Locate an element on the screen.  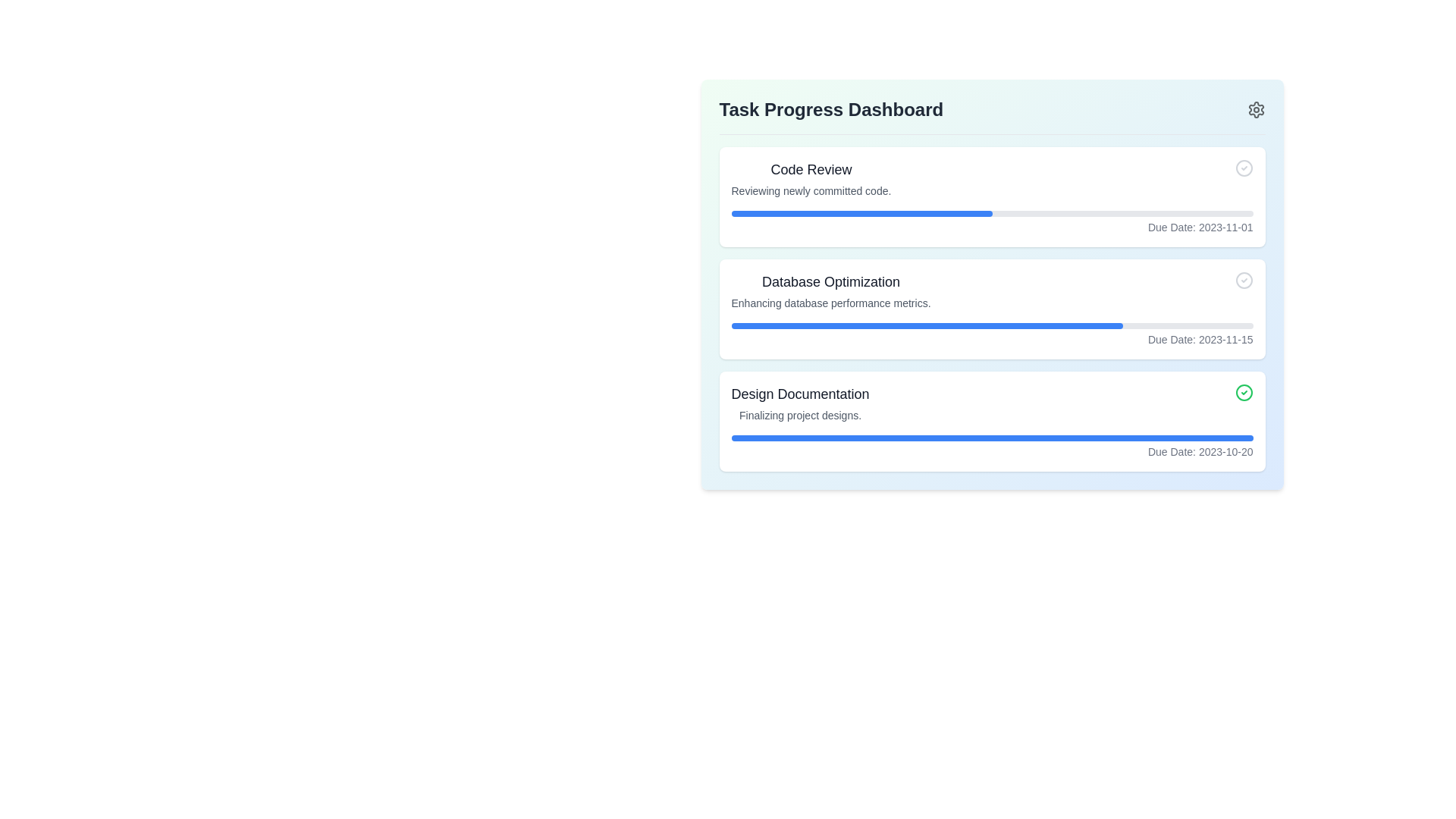
due date displayed in the text label that shows 'Due Date: 2023-10-20' aligned to the right within the card titled 'Design Documentation' is located at coordinates (992, 447).